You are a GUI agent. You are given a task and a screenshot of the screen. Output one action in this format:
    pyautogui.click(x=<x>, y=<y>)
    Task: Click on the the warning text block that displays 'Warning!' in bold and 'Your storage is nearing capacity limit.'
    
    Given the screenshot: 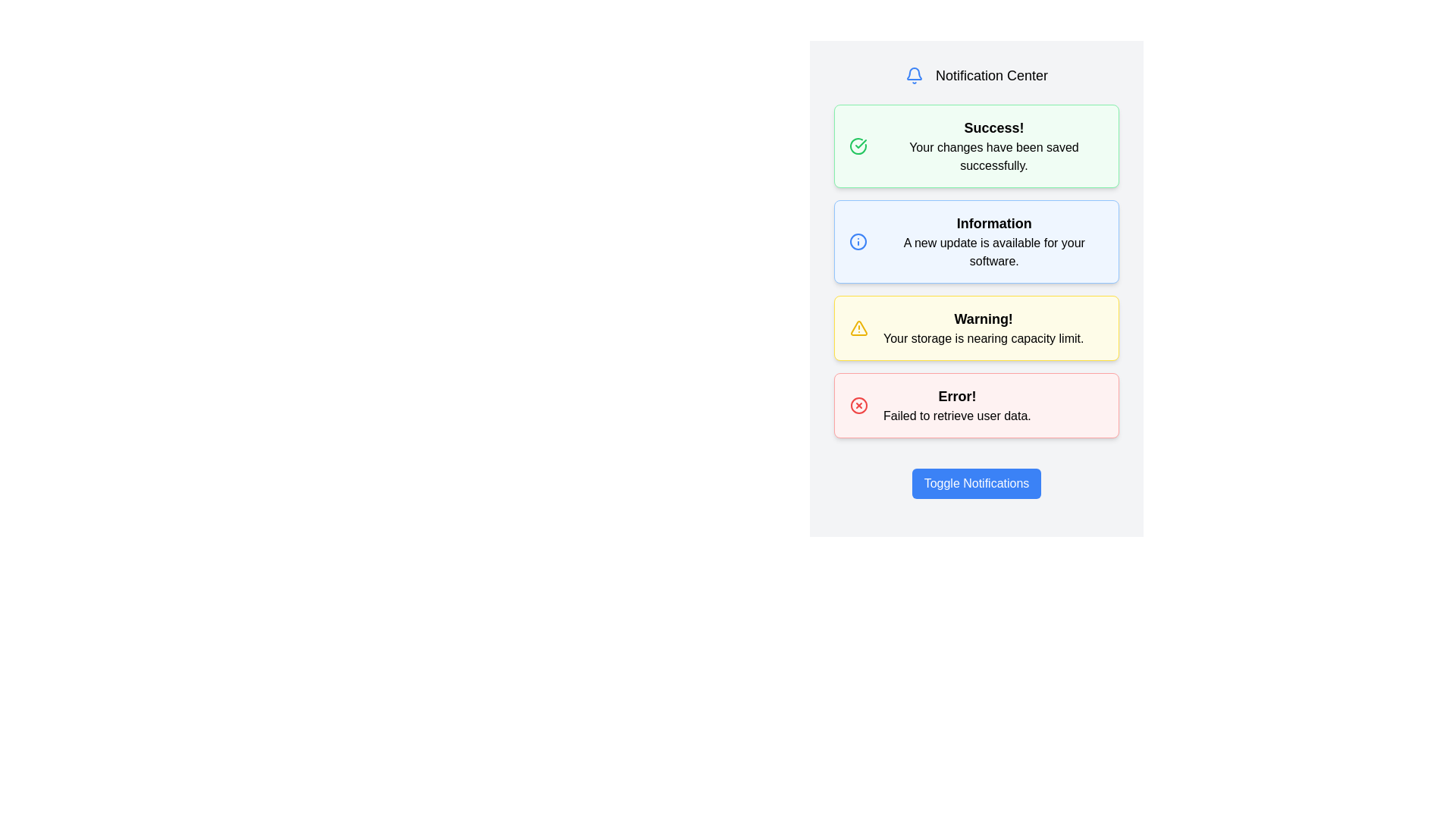 What is the action you would take?
    pyautogui.click(x=984, y=327)
    